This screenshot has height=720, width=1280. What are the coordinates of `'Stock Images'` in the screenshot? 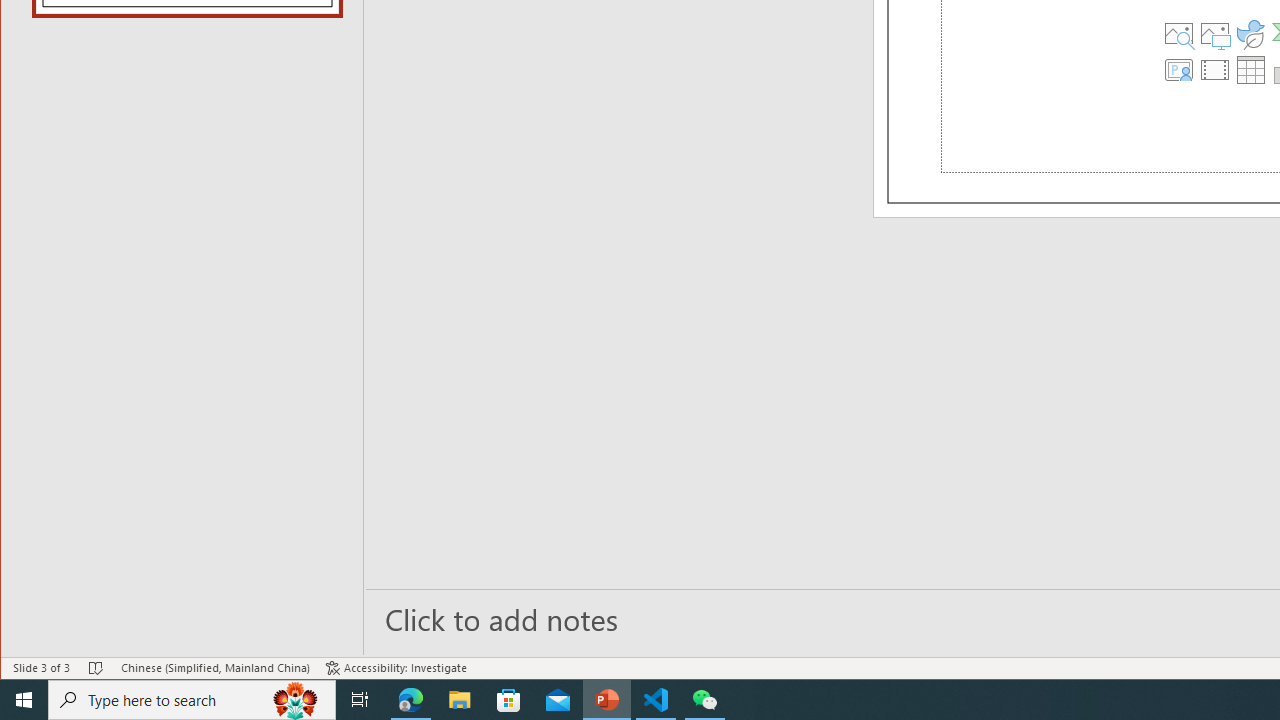 It's located at (1179, 33).